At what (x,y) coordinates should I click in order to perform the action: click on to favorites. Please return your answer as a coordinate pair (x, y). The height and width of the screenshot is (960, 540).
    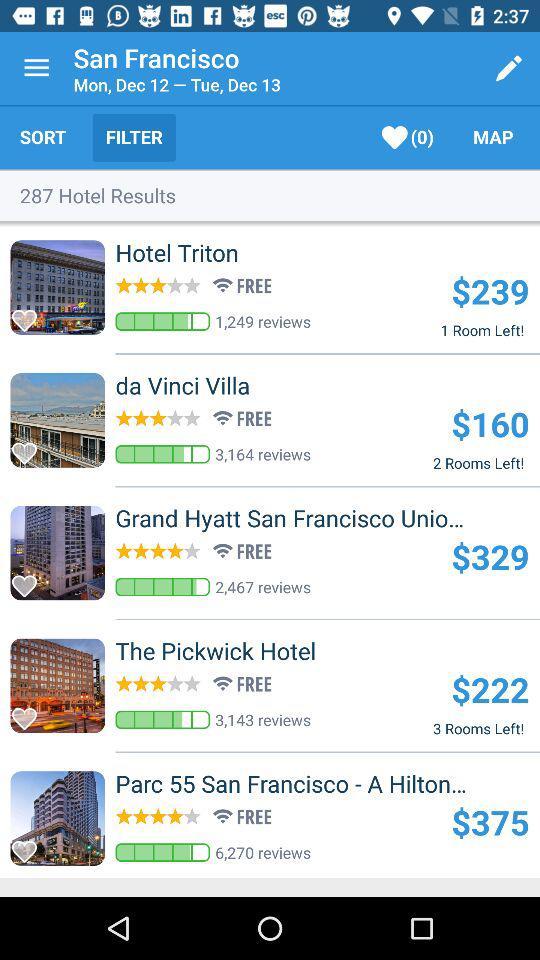
    Looking at the image, I should click on (29, 580).